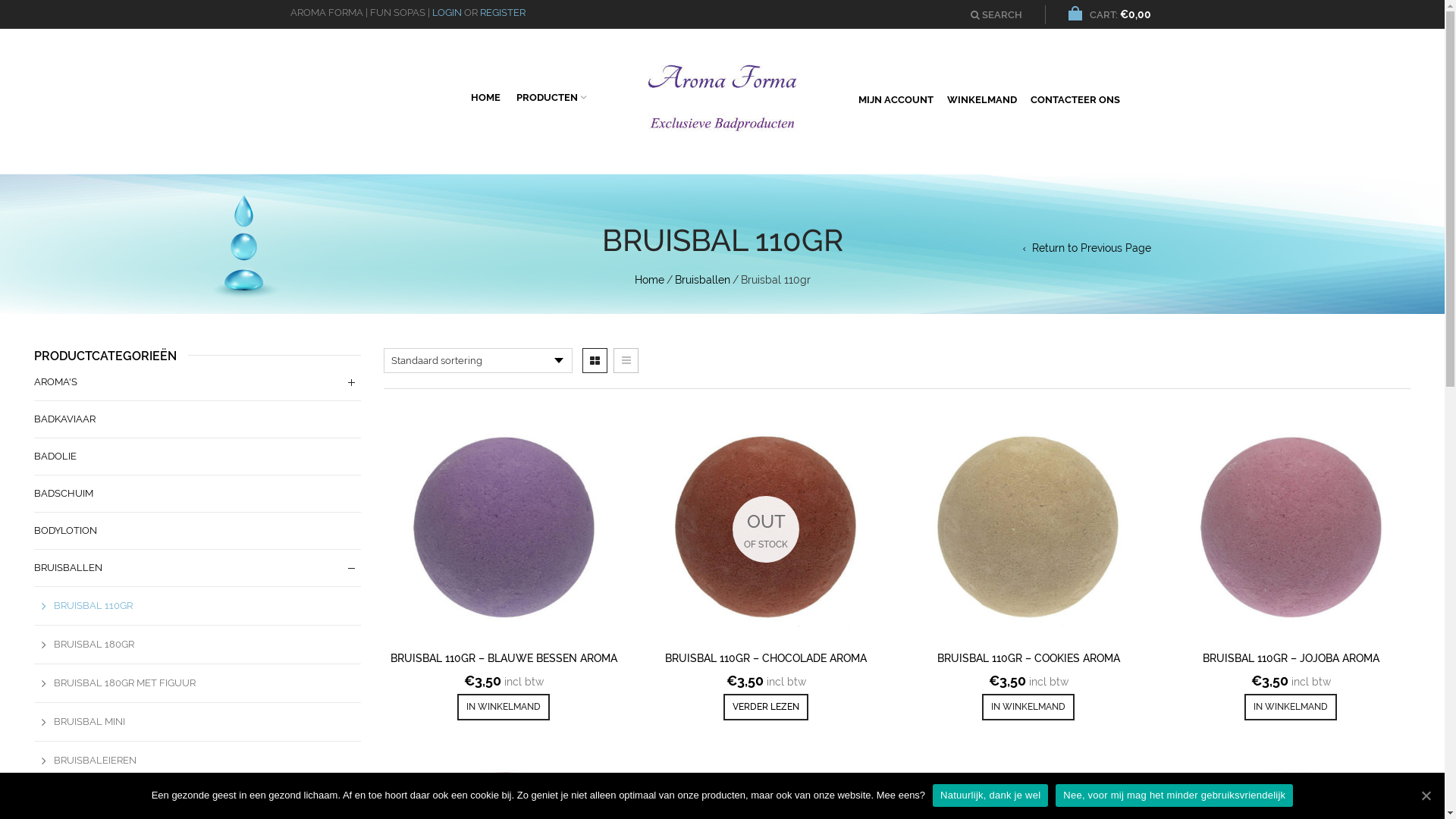 The height and width of the screenshot is (819, 1456). What do you see at coordinates (982, 97) in the screenshot?
I see `'WINKELMAND'` at bounding box center [982, 97].